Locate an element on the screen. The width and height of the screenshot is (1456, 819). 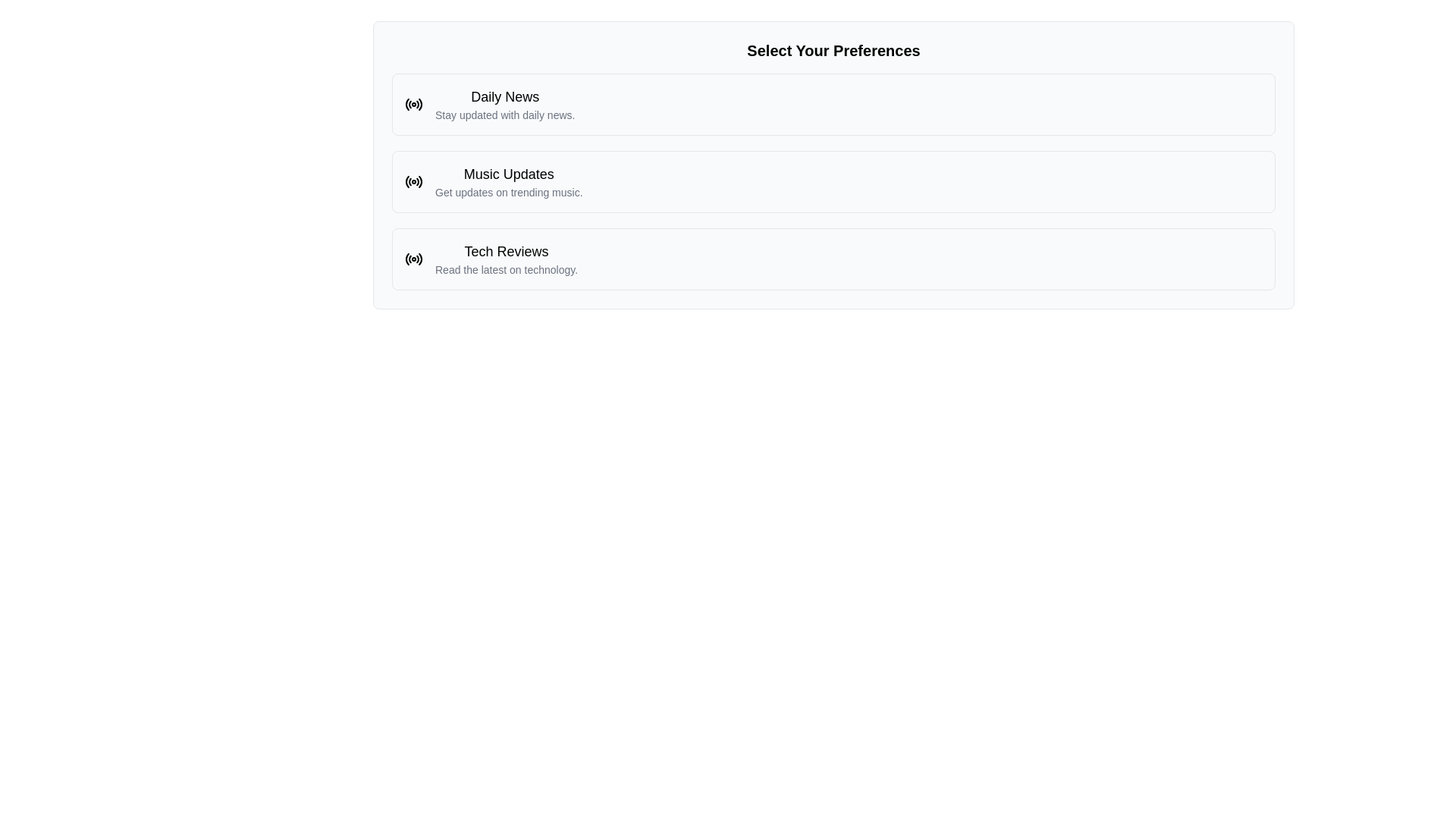
the circular radio signal icon located to the immediate left of the text 'Daily News' is located at coordinates (414, 104).